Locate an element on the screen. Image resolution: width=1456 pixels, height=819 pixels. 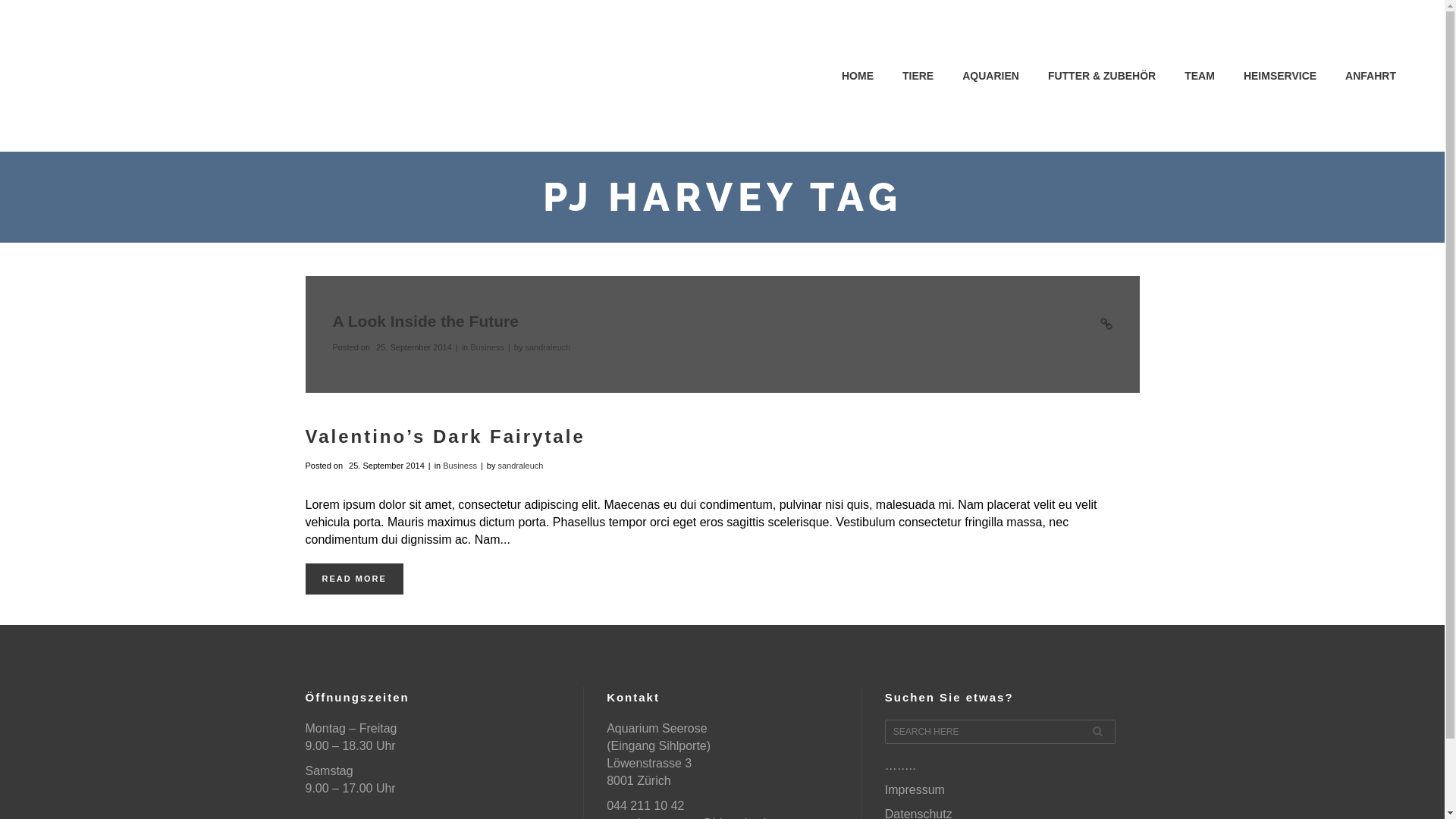
'AQUARIEN' is located at coordinates (990, 76).